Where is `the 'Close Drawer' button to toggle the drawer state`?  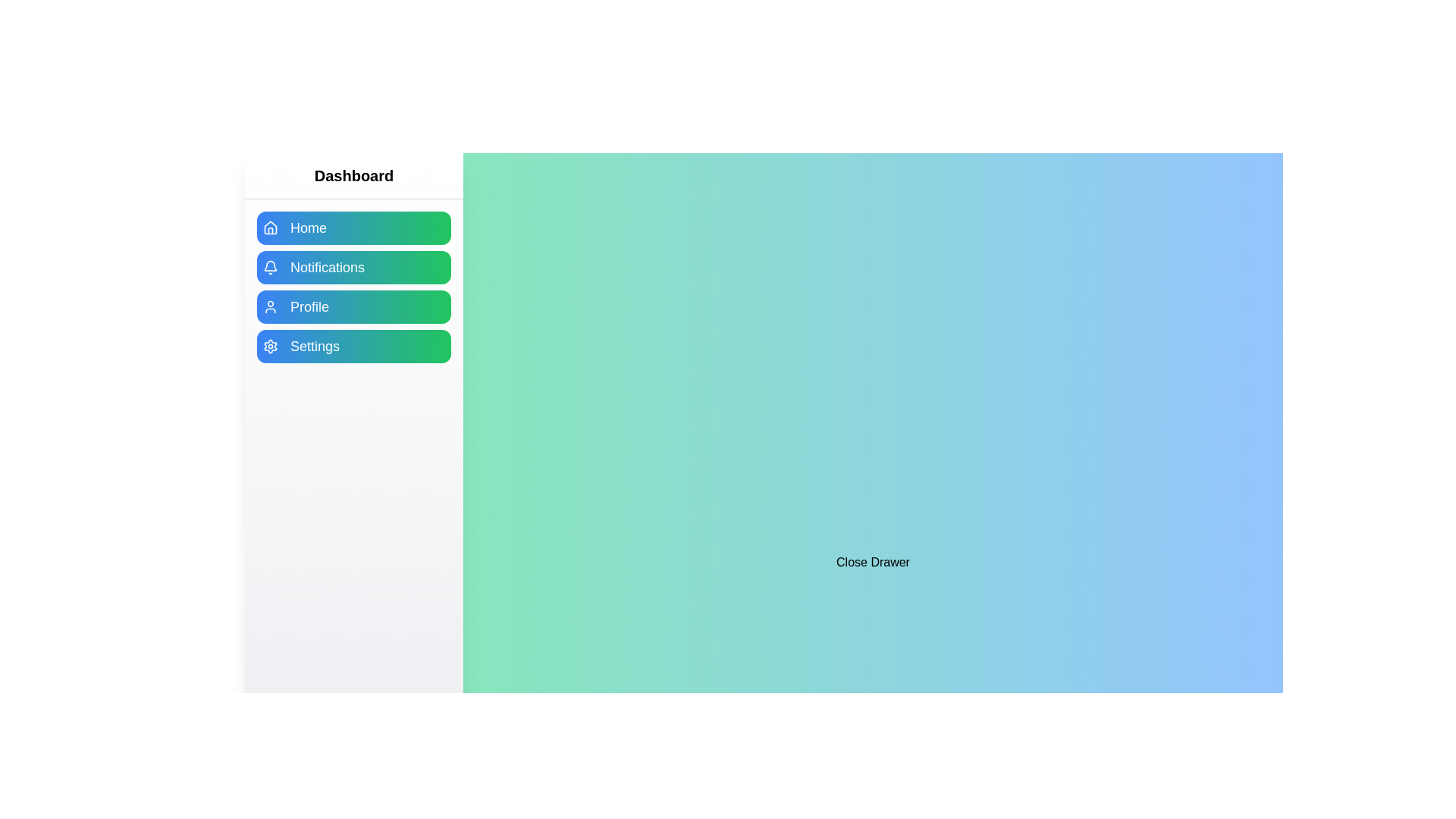 the 'Close Drawer' button to toggle the drawer state is located at coordinates (873, 562).